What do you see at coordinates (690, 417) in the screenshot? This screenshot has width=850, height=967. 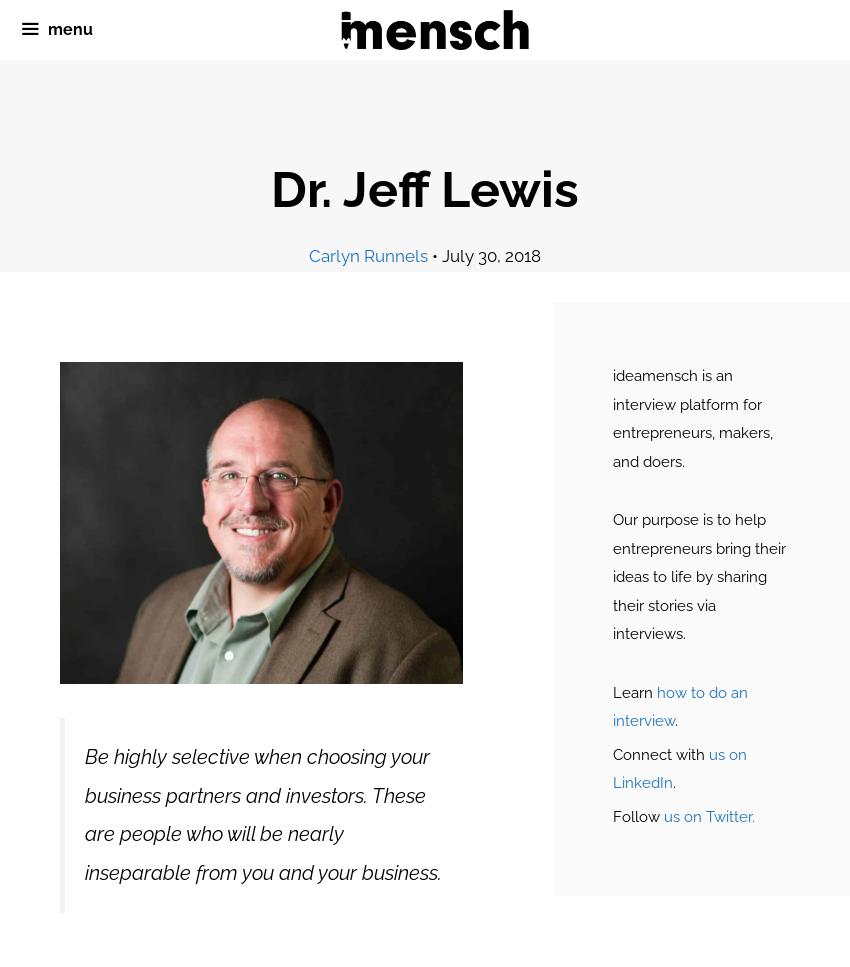 I see `'ideamensch is an interview platform for entrepreneurs, makers, and doers.'` at bounding box center [690, 417].